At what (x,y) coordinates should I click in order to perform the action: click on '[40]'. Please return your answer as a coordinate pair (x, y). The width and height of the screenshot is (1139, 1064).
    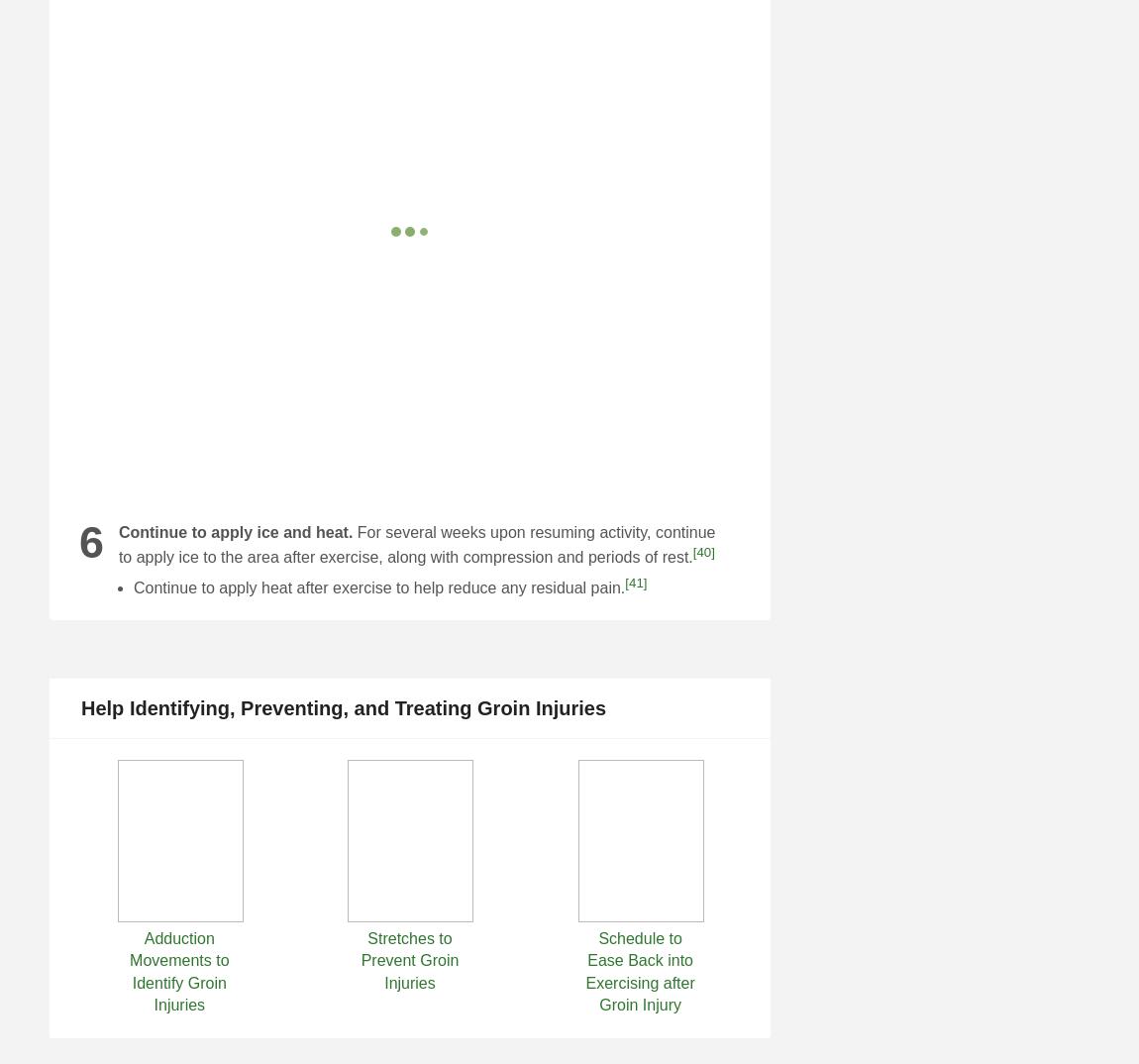
    Looking at the image, I should click on (702, 551).